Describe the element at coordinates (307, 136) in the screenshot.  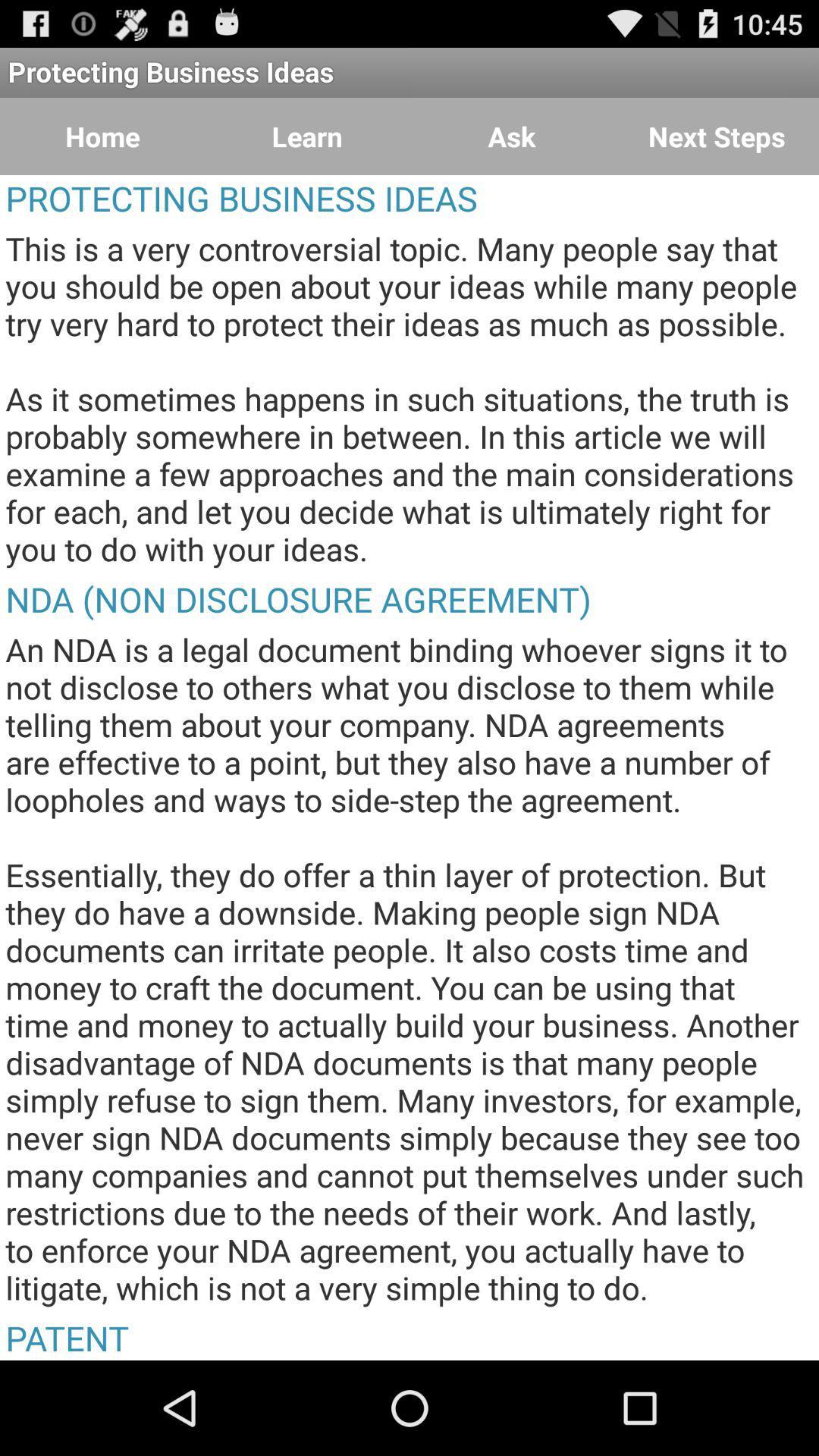
I see `the icon to the right of home icon` at that location.